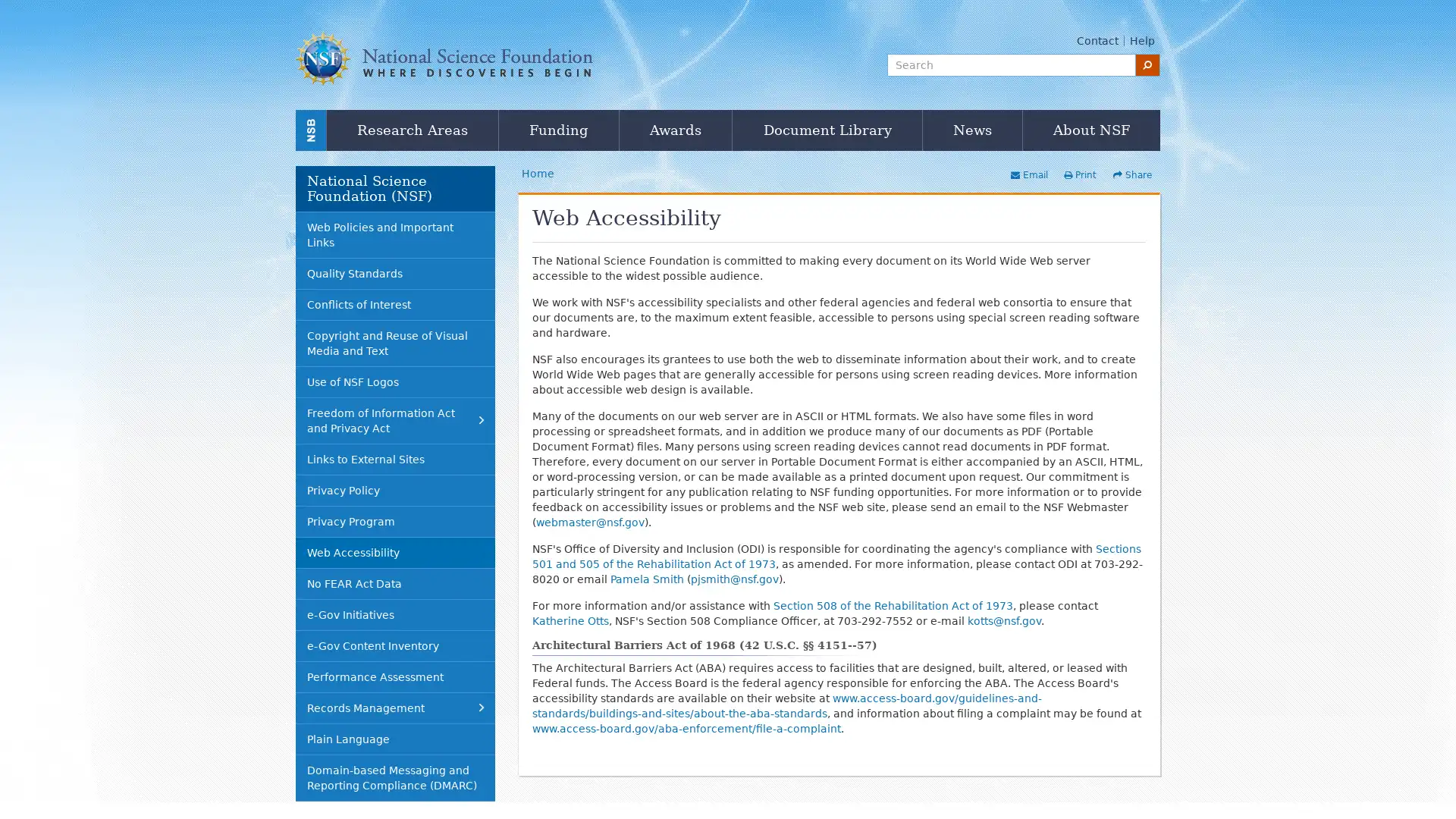 This screenshot has height=819, width=1456. Describe the element at coordinates (1131, 174) in the screenshot. I see `Share this page` at that location.